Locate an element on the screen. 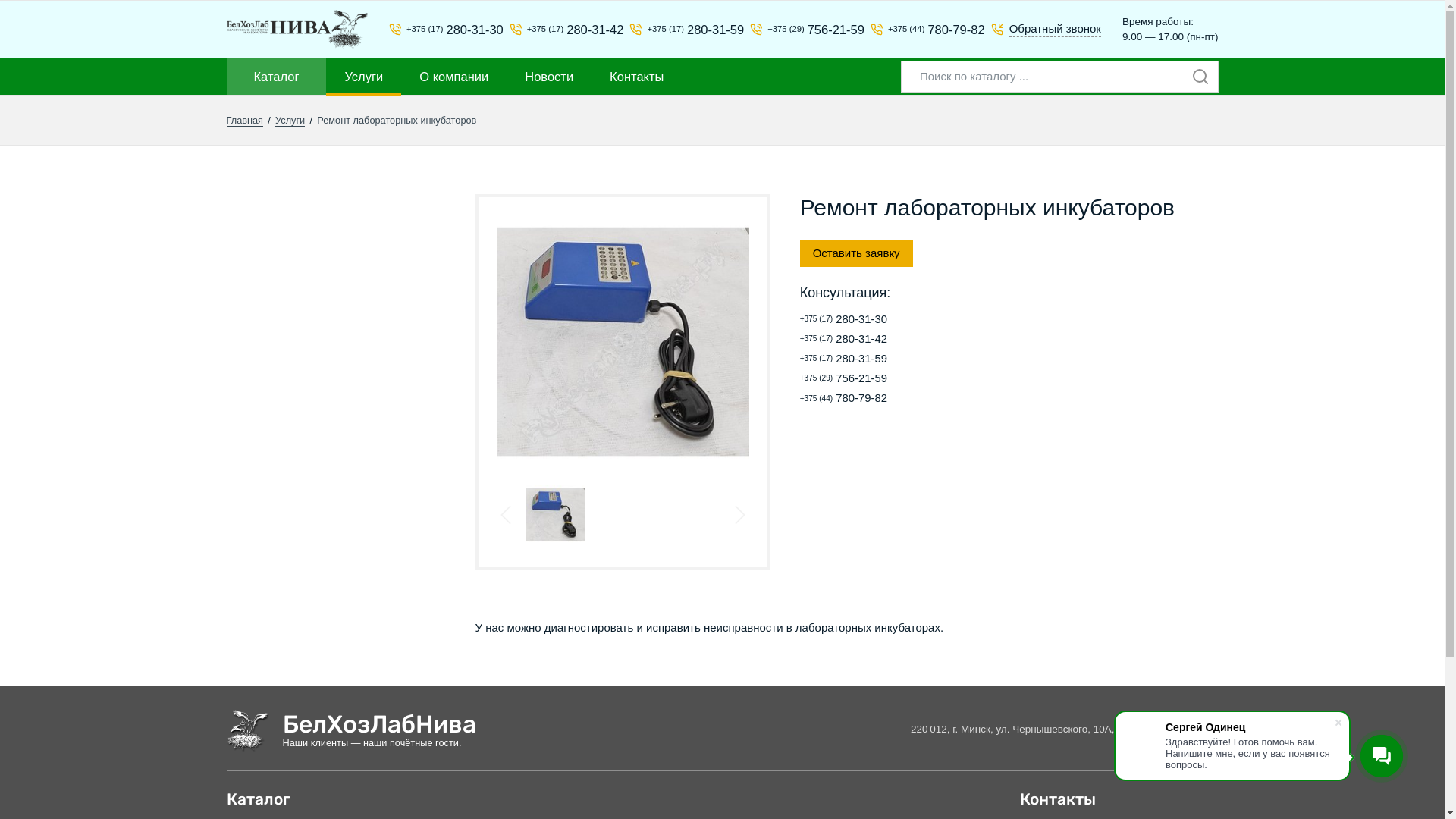  '+375 (17) is located at coordinates (899, 318).